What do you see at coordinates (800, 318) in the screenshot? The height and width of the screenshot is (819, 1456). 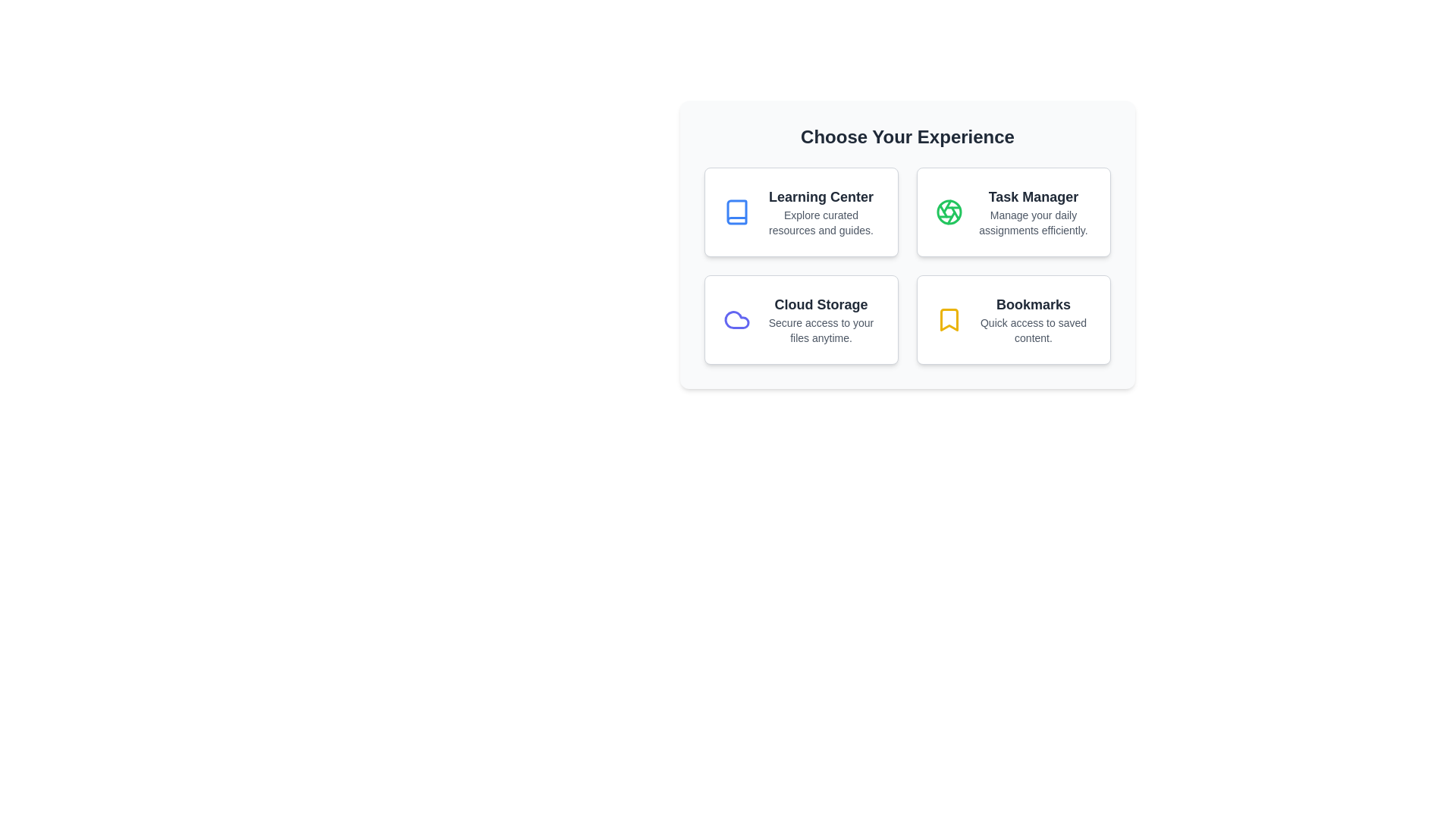 I see `the third card in the grid, which represents the 'Cloud Storage' option` at bounding box center [800, 318].